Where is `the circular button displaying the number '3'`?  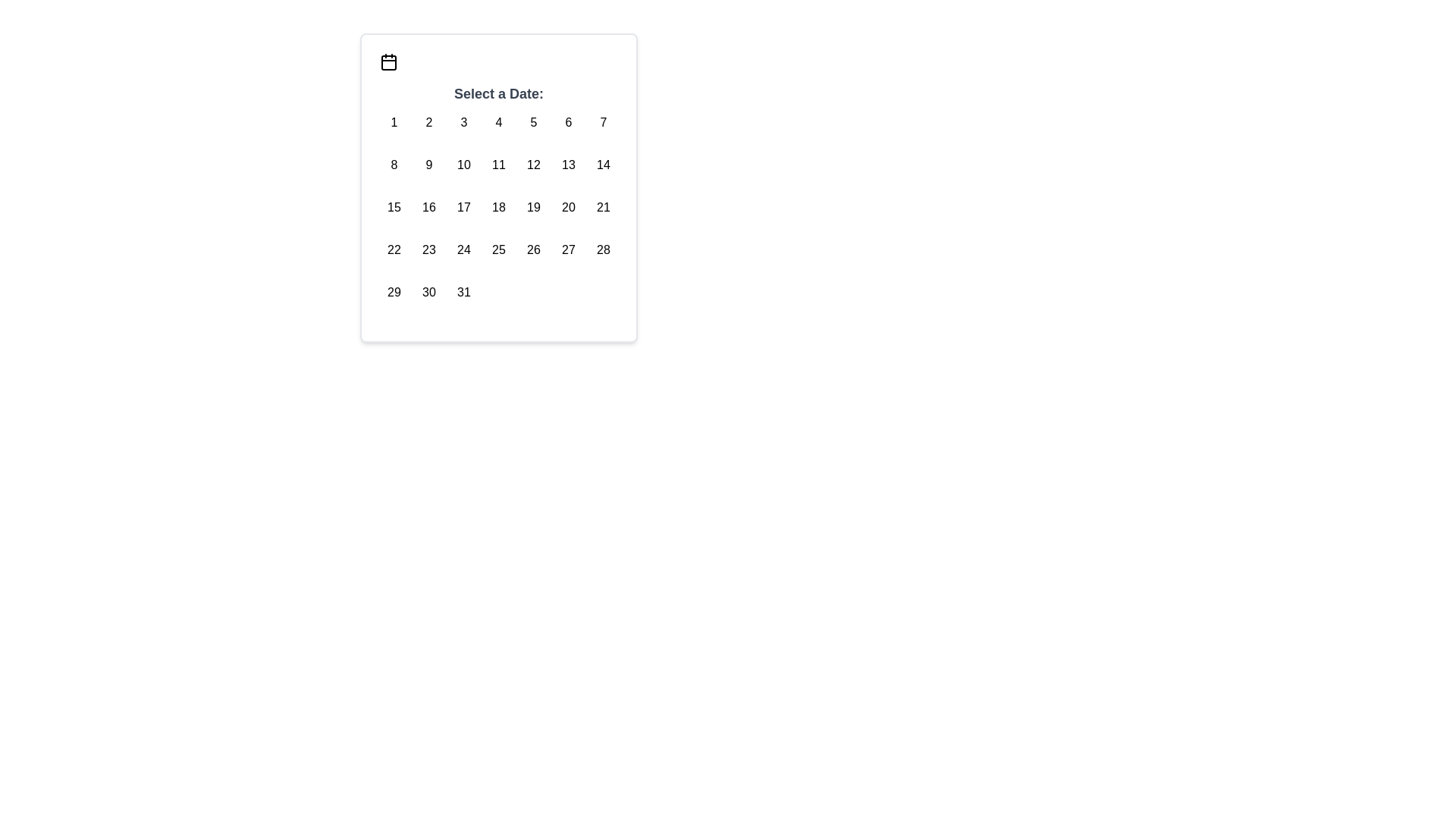 the circular button displaying the number '3' is located at coordinates (463, 122).